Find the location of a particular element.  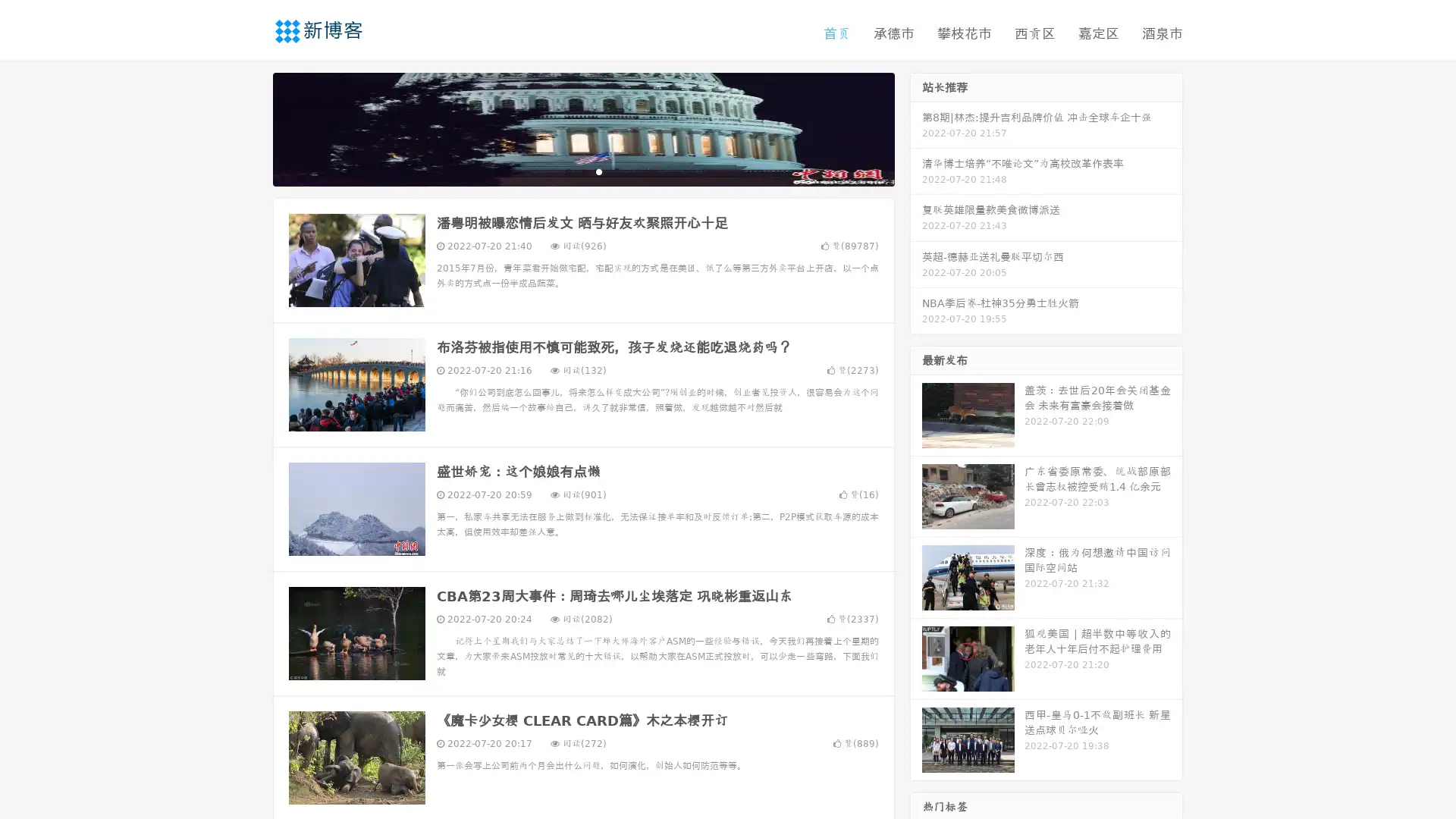

Go to slide 2 is located at coordinates (582, 171).